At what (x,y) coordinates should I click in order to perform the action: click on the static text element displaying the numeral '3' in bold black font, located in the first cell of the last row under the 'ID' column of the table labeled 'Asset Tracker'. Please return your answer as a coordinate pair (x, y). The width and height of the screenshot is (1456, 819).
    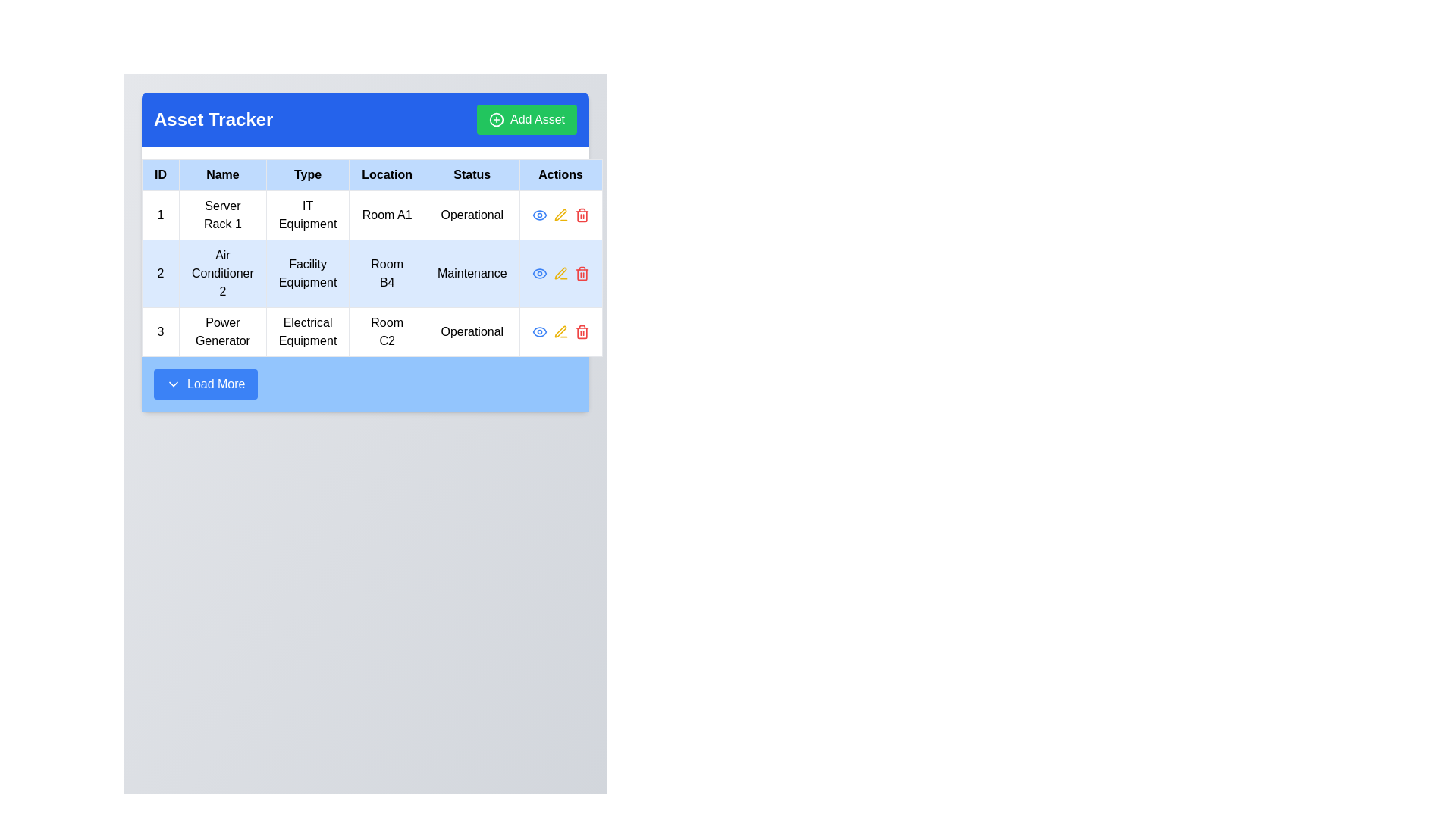
    Looking at the image, I should click on (160, 331).